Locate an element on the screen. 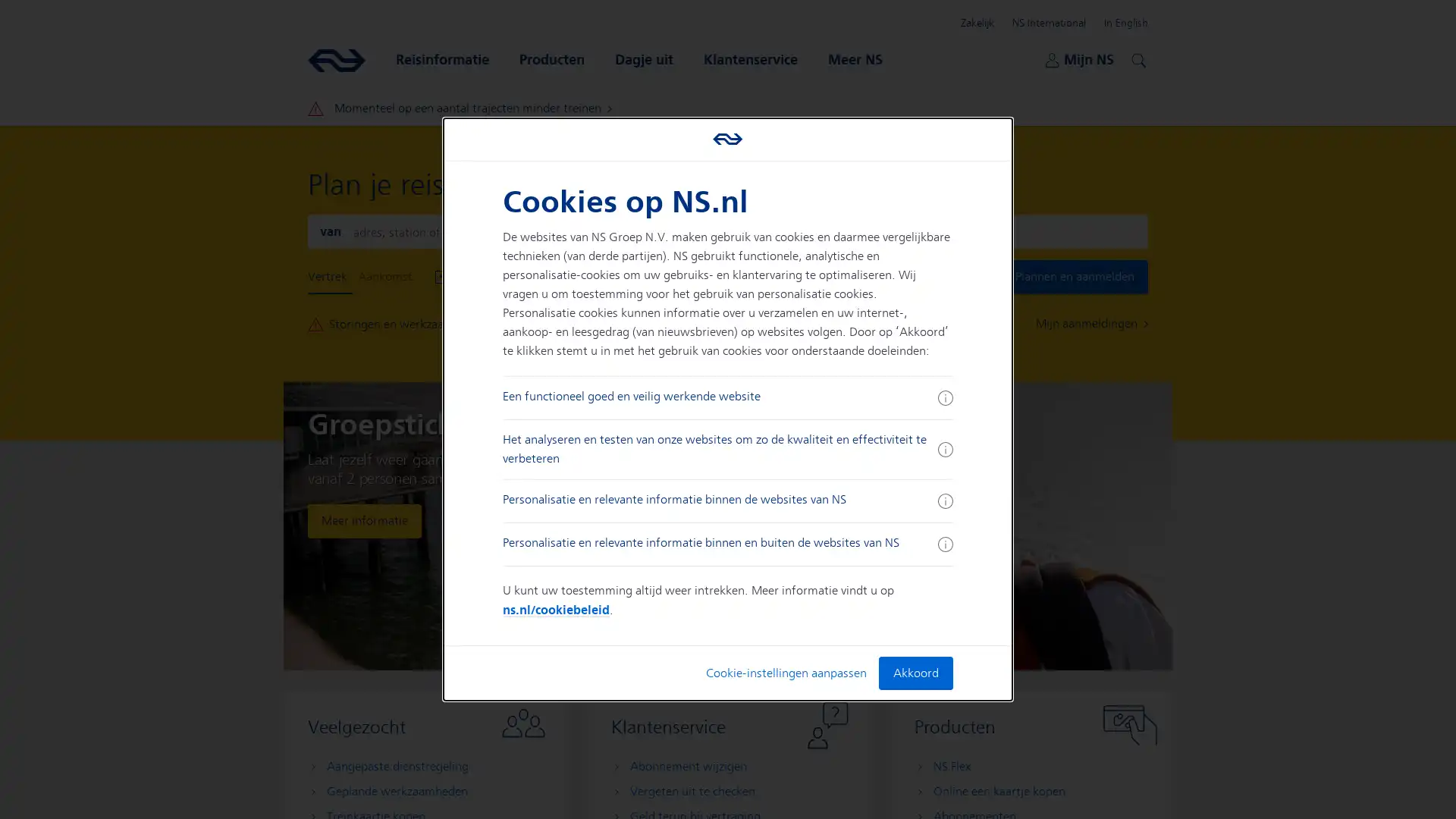 The width and height of the screenshot is (1456, 819). Meer NS Open submenu is located at coordinates (855, 58).